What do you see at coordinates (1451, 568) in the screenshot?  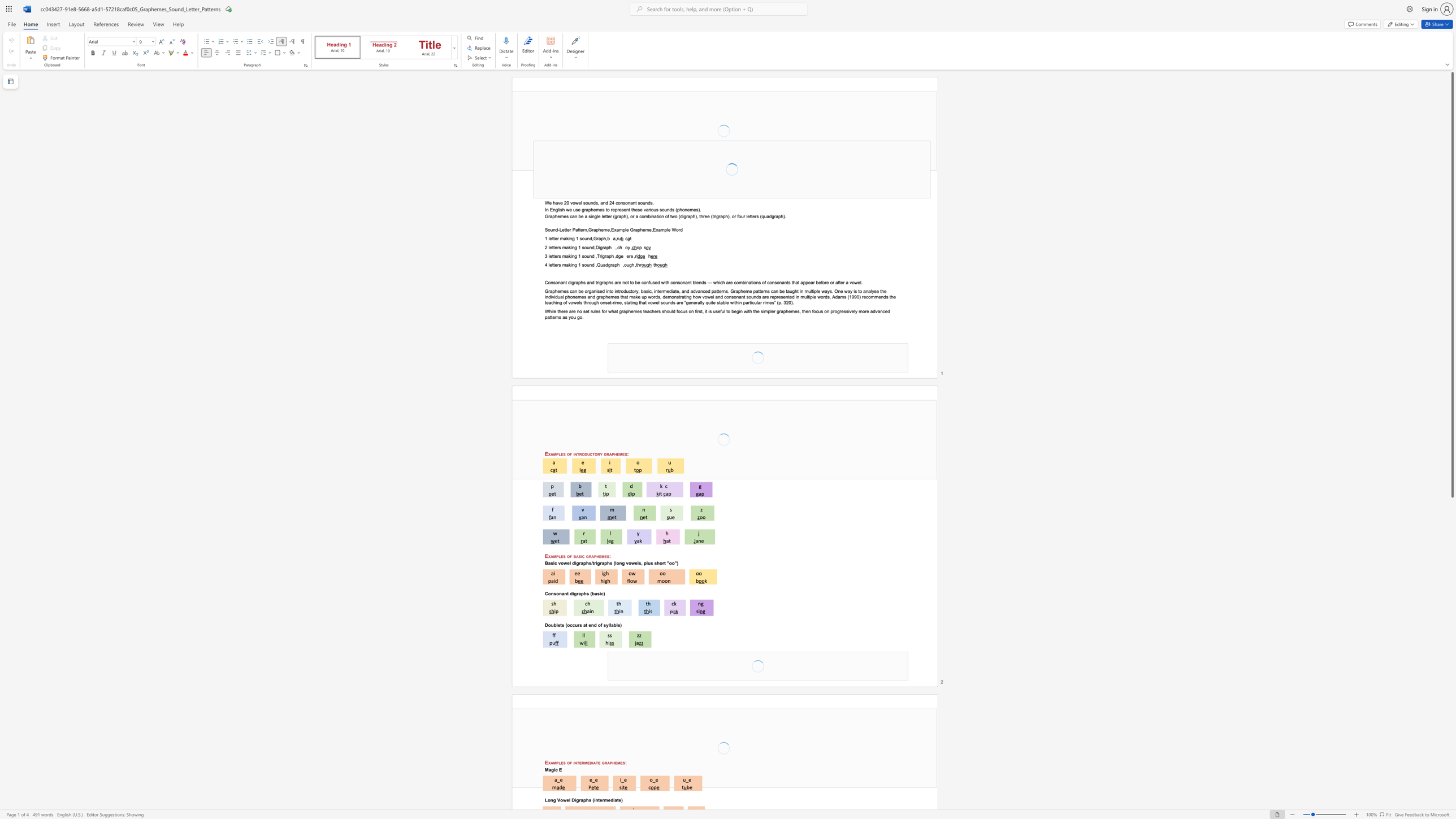 I see `the right-hand scrollbar to descend the page` at bounding box center [1451, 568].